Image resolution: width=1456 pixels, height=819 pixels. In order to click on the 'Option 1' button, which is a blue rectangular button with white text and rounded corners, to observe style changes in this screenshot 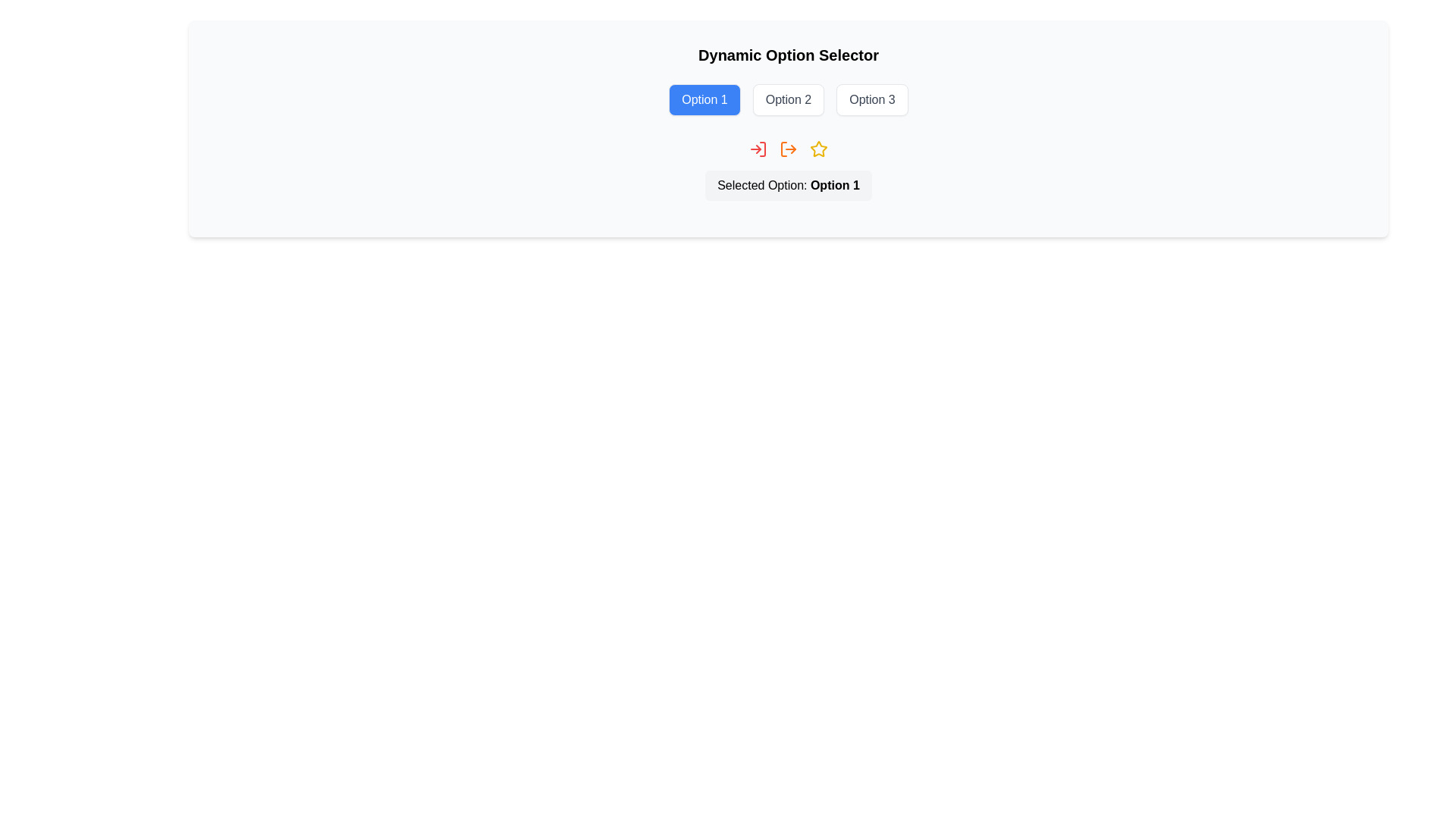, I will do `click(704, 99)`.